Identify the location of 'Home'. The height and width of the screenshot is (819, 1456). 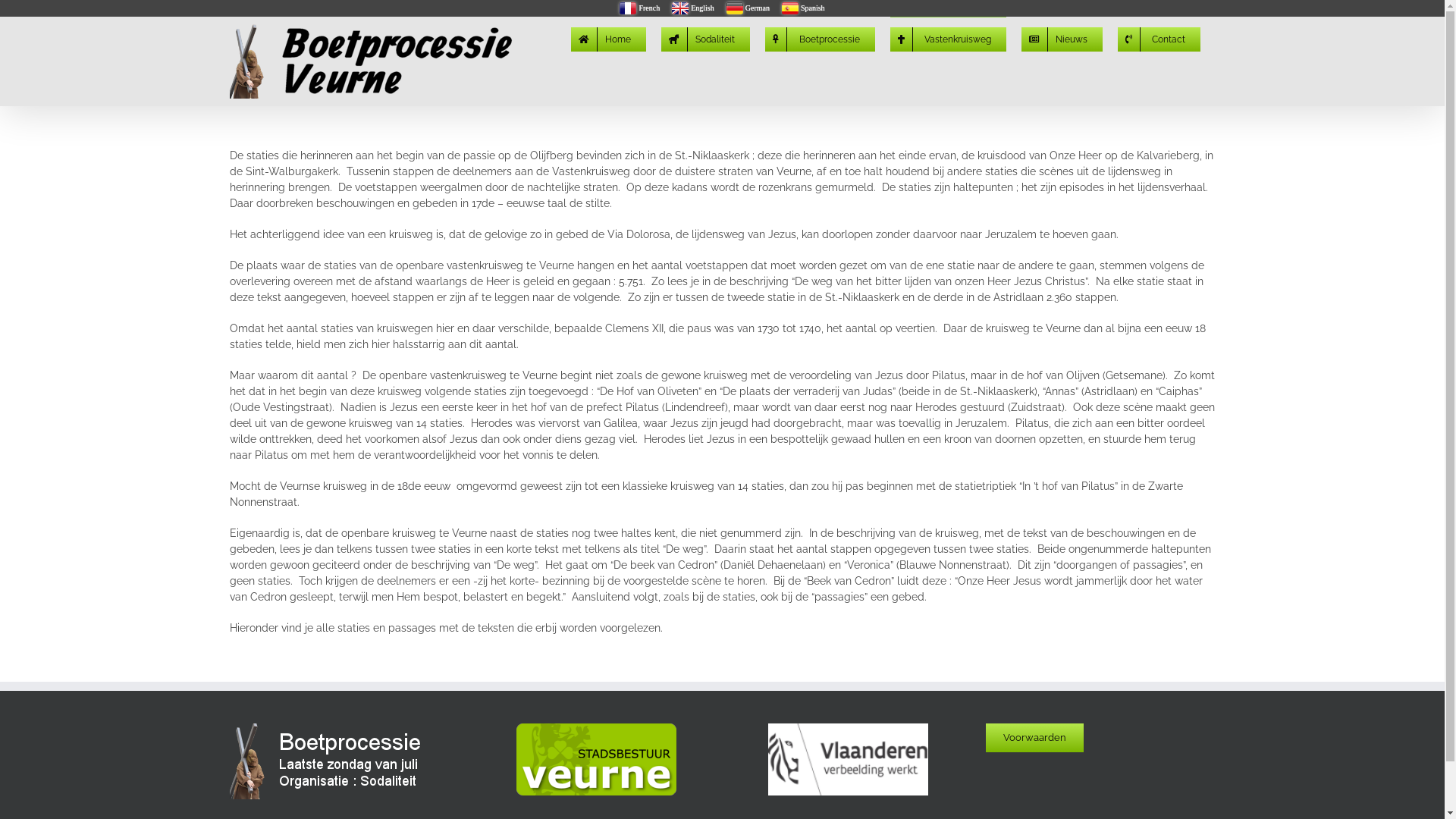
(607, 37).